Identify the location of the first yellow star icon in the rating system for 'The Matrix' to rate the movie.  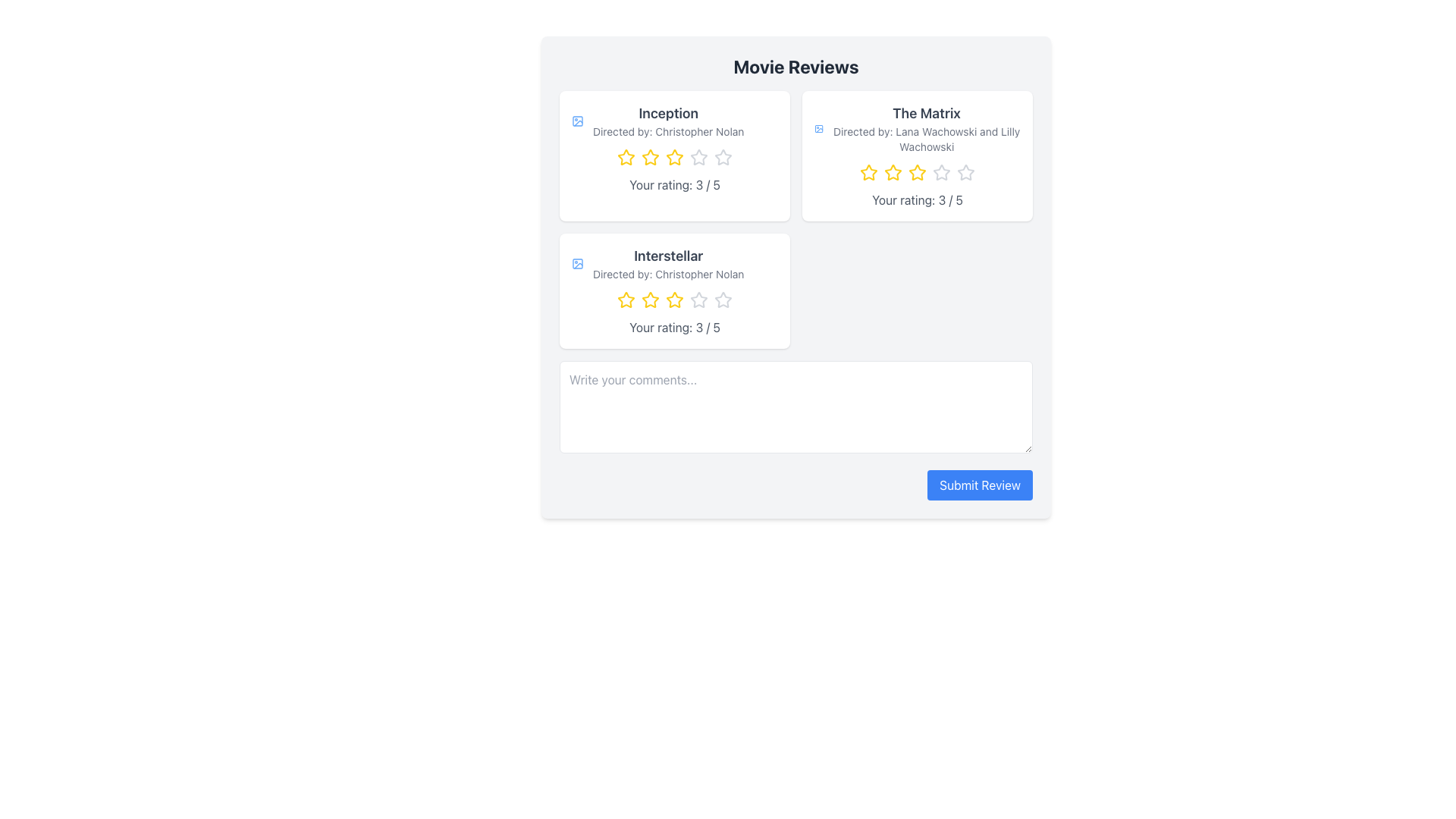
(868, 171).